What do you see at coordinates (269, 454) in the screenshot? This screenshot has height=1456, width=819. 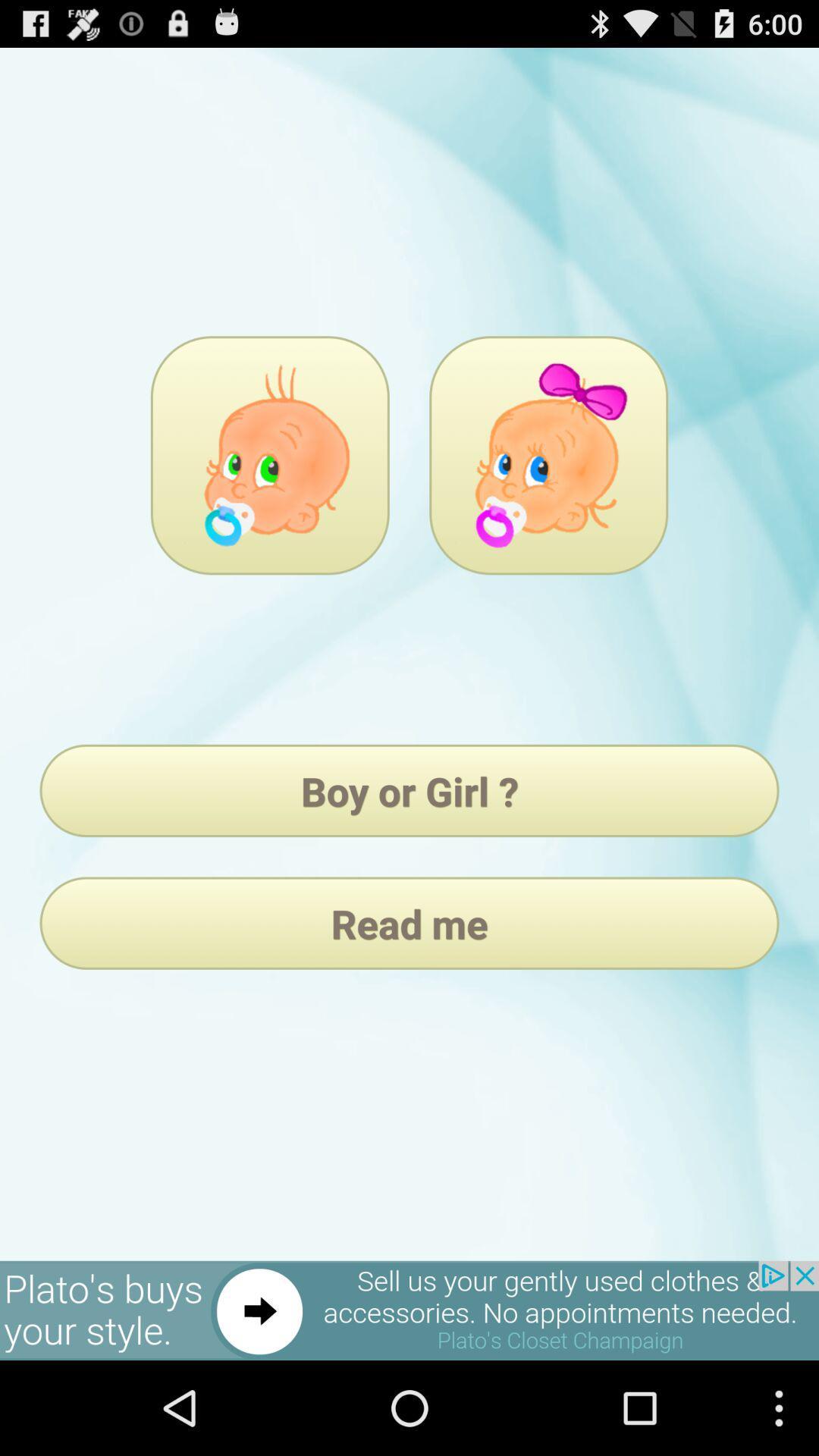 I see `game page` at bounding box center [269, 454].